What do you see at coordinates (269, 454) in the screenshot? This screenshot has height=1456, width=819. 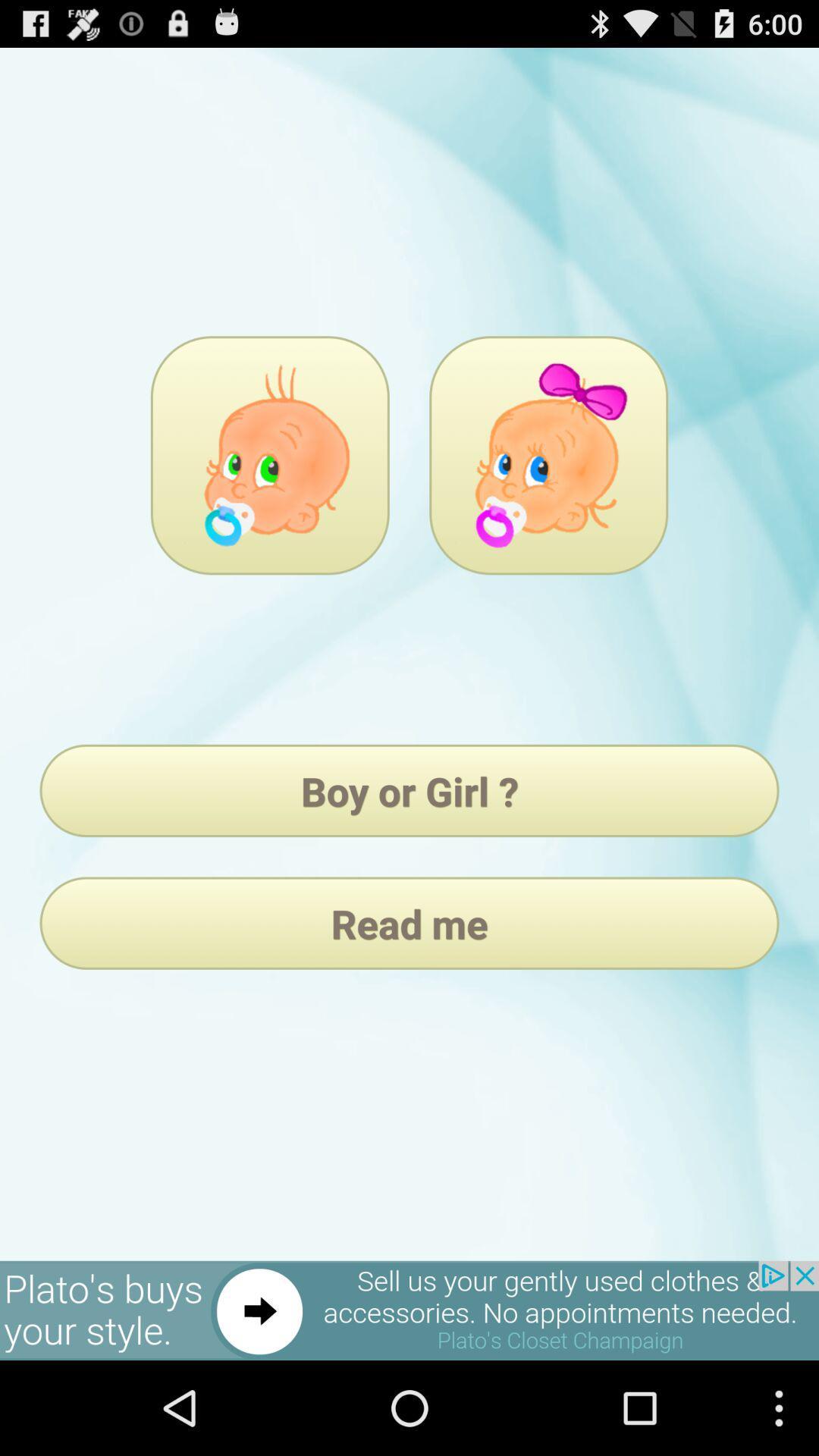 I see `game page` at bounding box center [269, 454].